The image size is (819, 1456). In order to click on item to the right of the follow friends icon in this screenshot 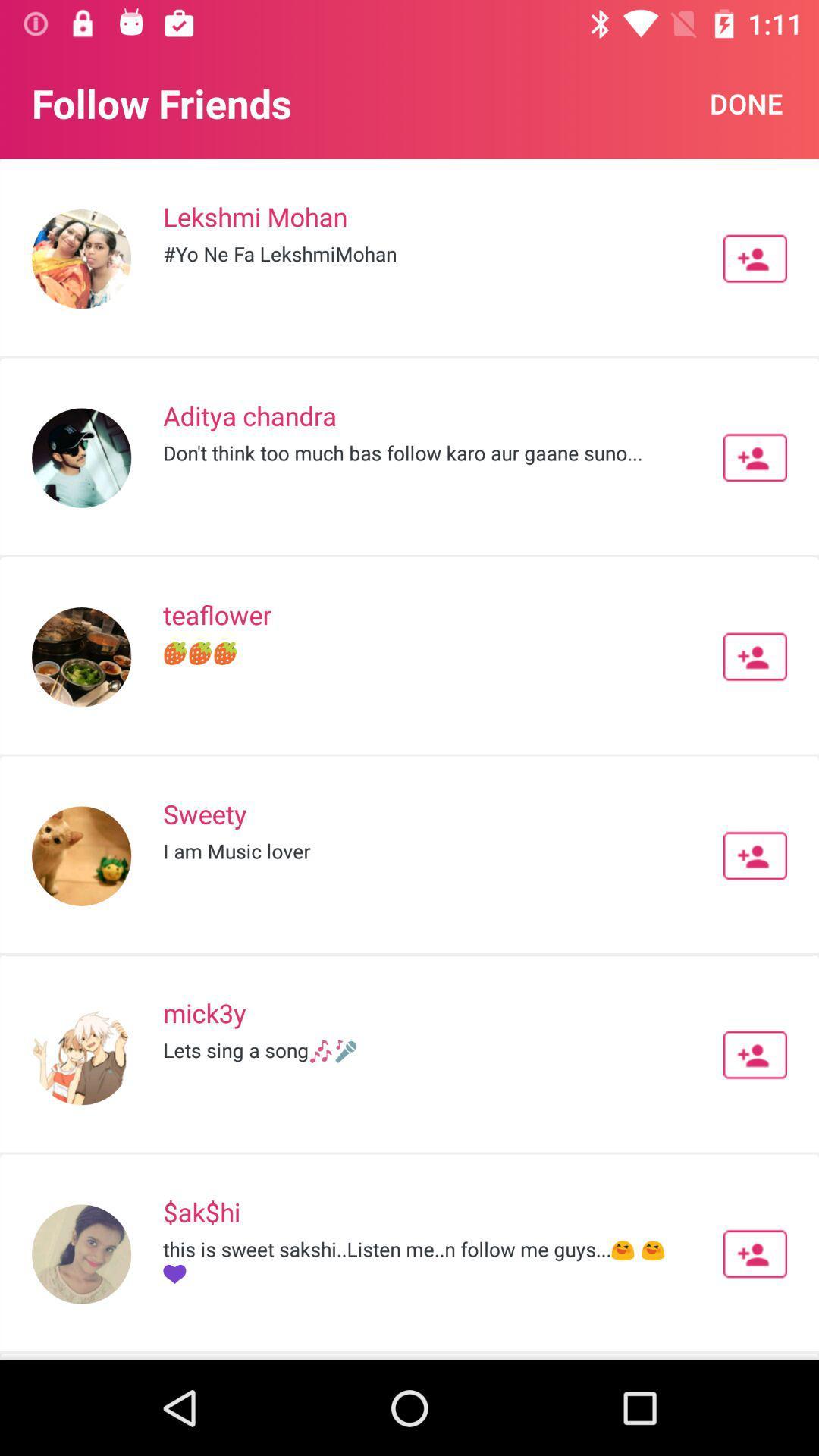, I will do `click(745, 102)`.